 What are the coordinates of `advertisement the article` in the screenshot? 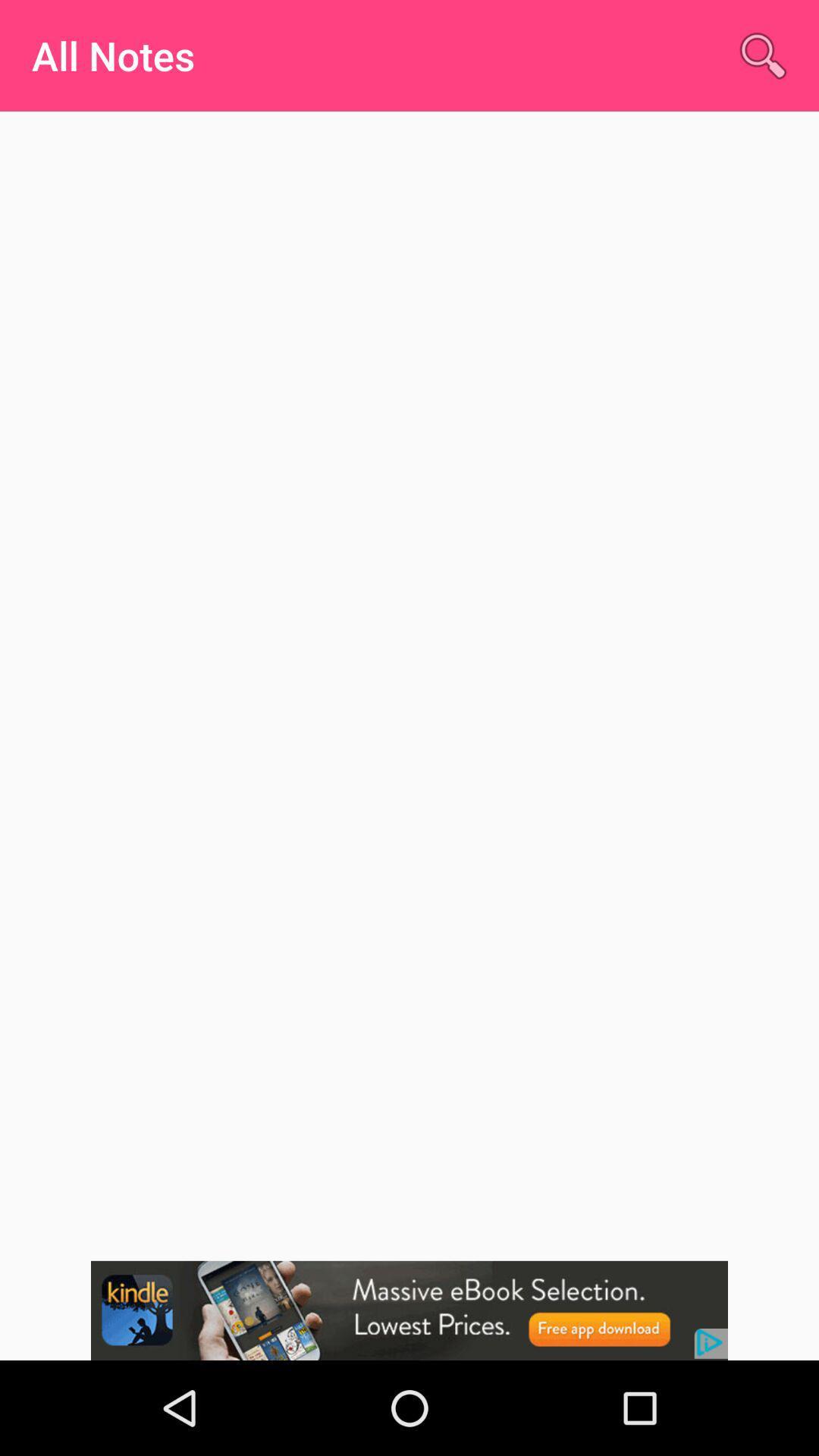 It's located at (409, 1310).